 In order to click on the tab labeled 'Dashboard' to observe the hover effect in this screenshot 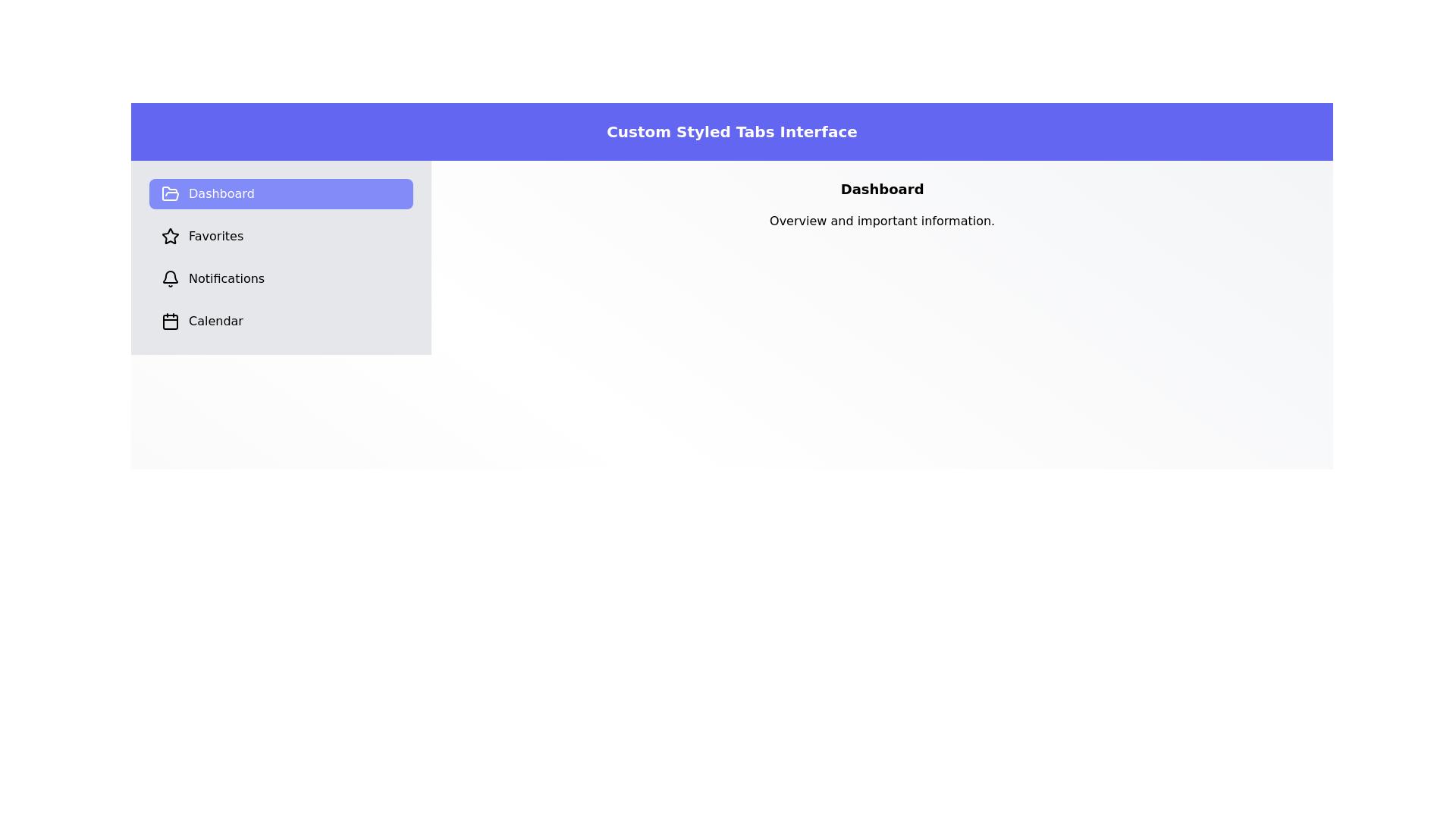, I will do `click(281, 193)`.